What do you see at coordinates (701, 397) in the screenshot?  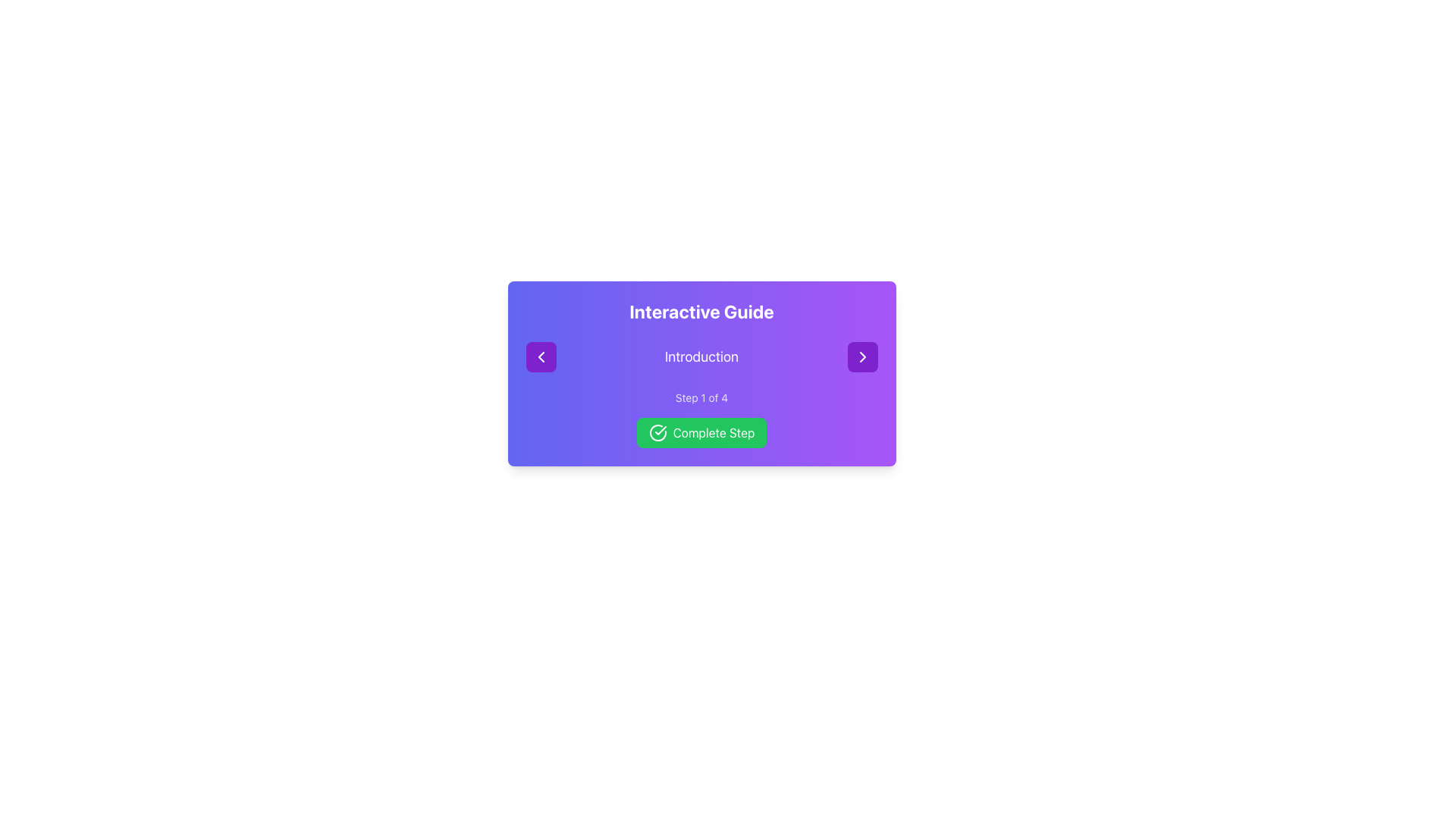 I see `the text display element that shows the user's current progress within a sequence, positioned centrally between the 'Introduction' text and the 'Complete Step' button` at bounding box center [701, 397].